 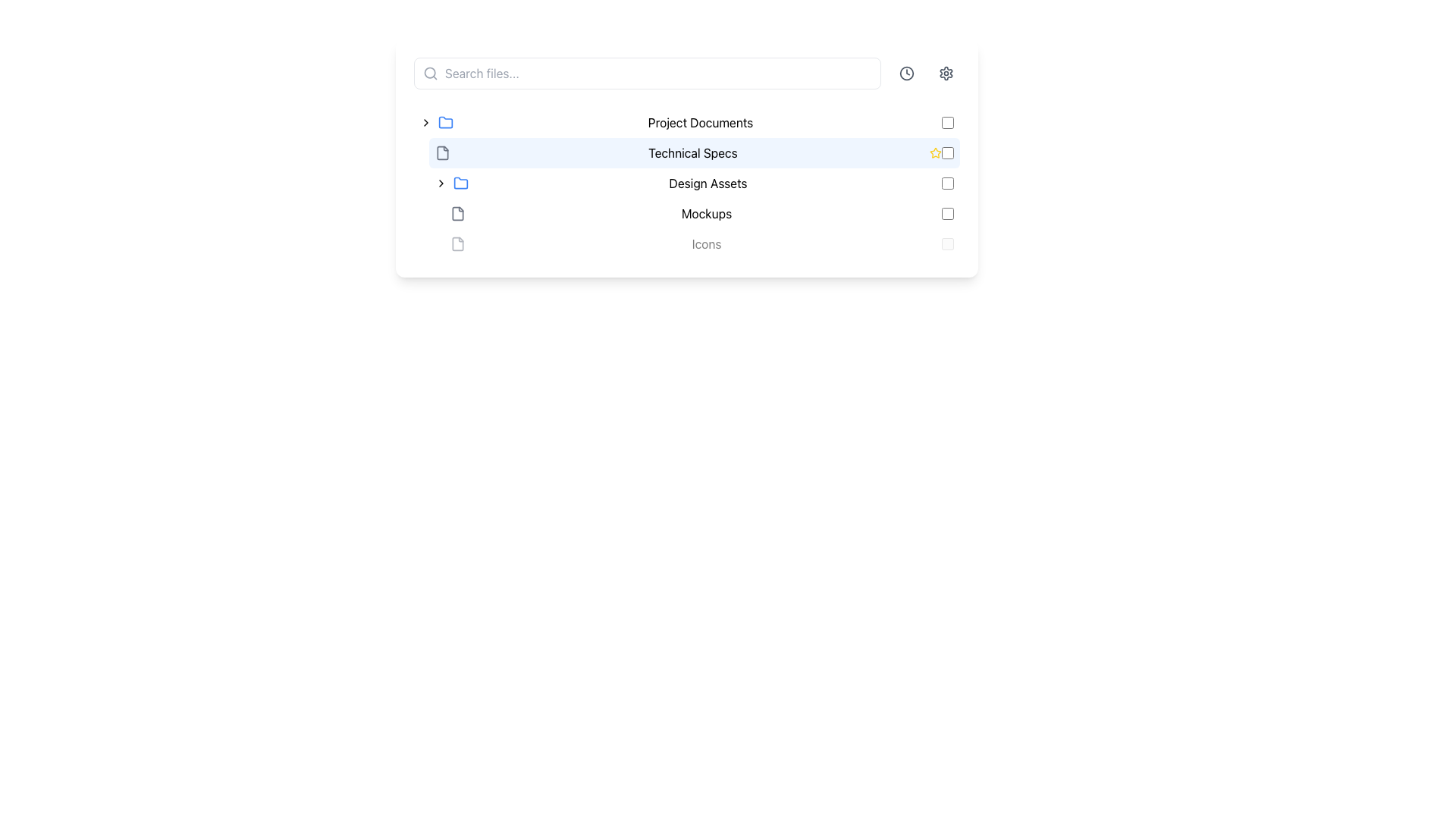 I want to click on the star icon located at the far-right end of the 'Technical Specs' row, which is used to mark or highlight items as favorites, so click(x=934, y=152).